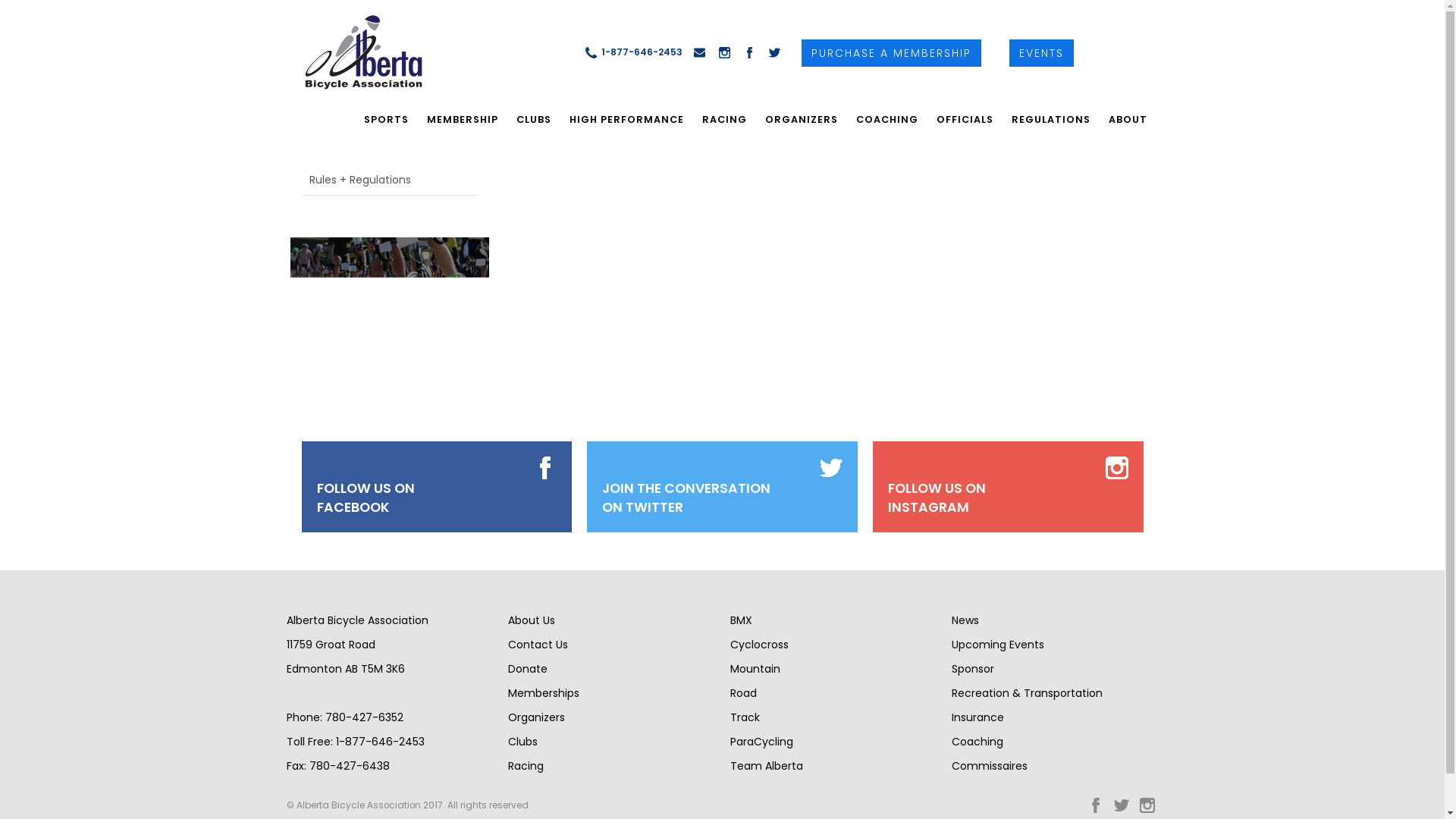 Image resolution: width=1456 pixels, height=819 pixels. I want to click on '780-427-6352', so click(362, 717).